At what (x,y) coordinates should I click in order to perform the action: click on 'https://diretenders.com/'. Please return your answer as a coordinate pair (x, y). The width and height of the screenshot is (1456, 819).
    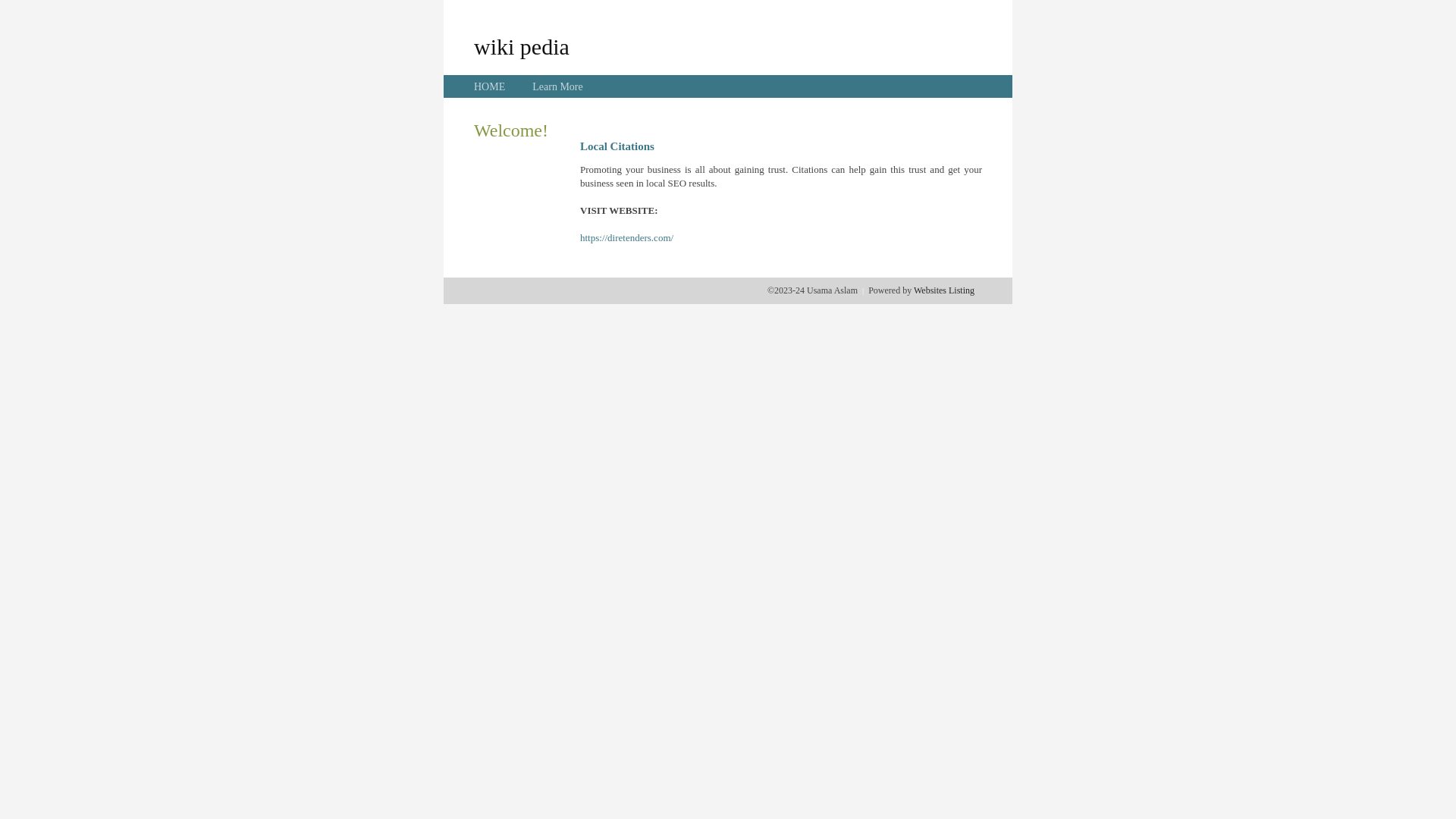
    Looking at the image, I should click on (626, 237).